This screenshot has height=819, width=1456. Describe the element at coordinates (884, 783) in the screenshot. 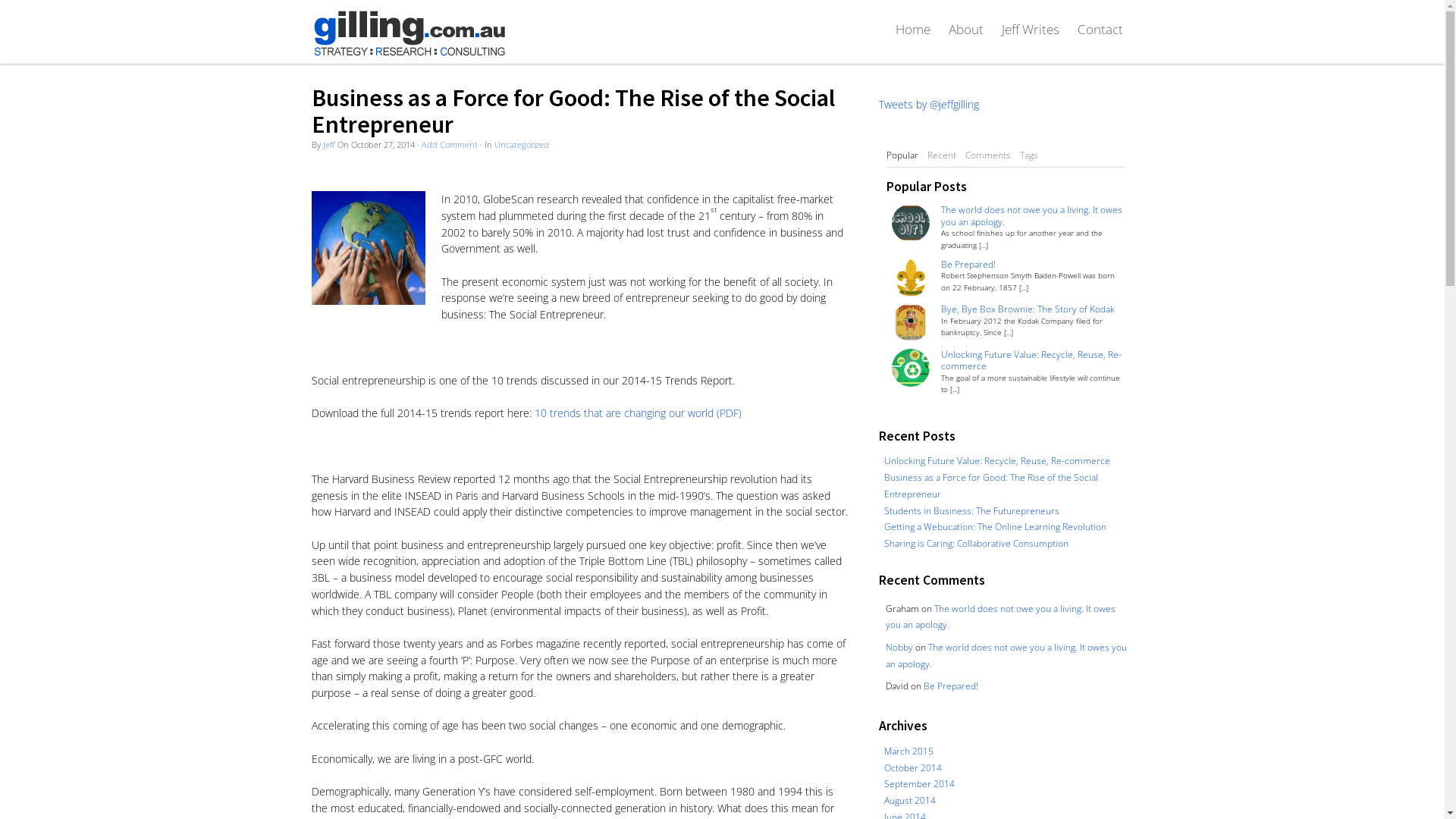

I see `'September 2014'` at that location.